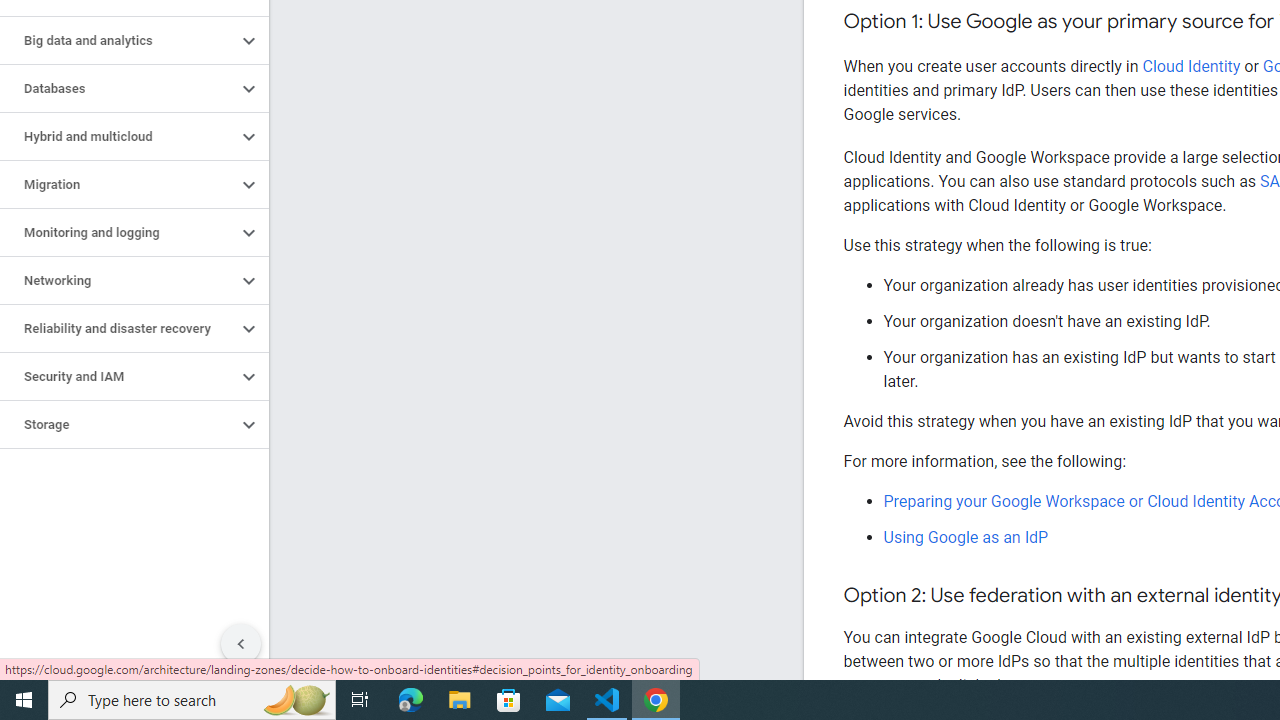 The width and height of the screenshot is (1280, 720). Describe the element at coordinates (1191, 65) in the screenshot. I see `'Cloud Identity'` at that location.